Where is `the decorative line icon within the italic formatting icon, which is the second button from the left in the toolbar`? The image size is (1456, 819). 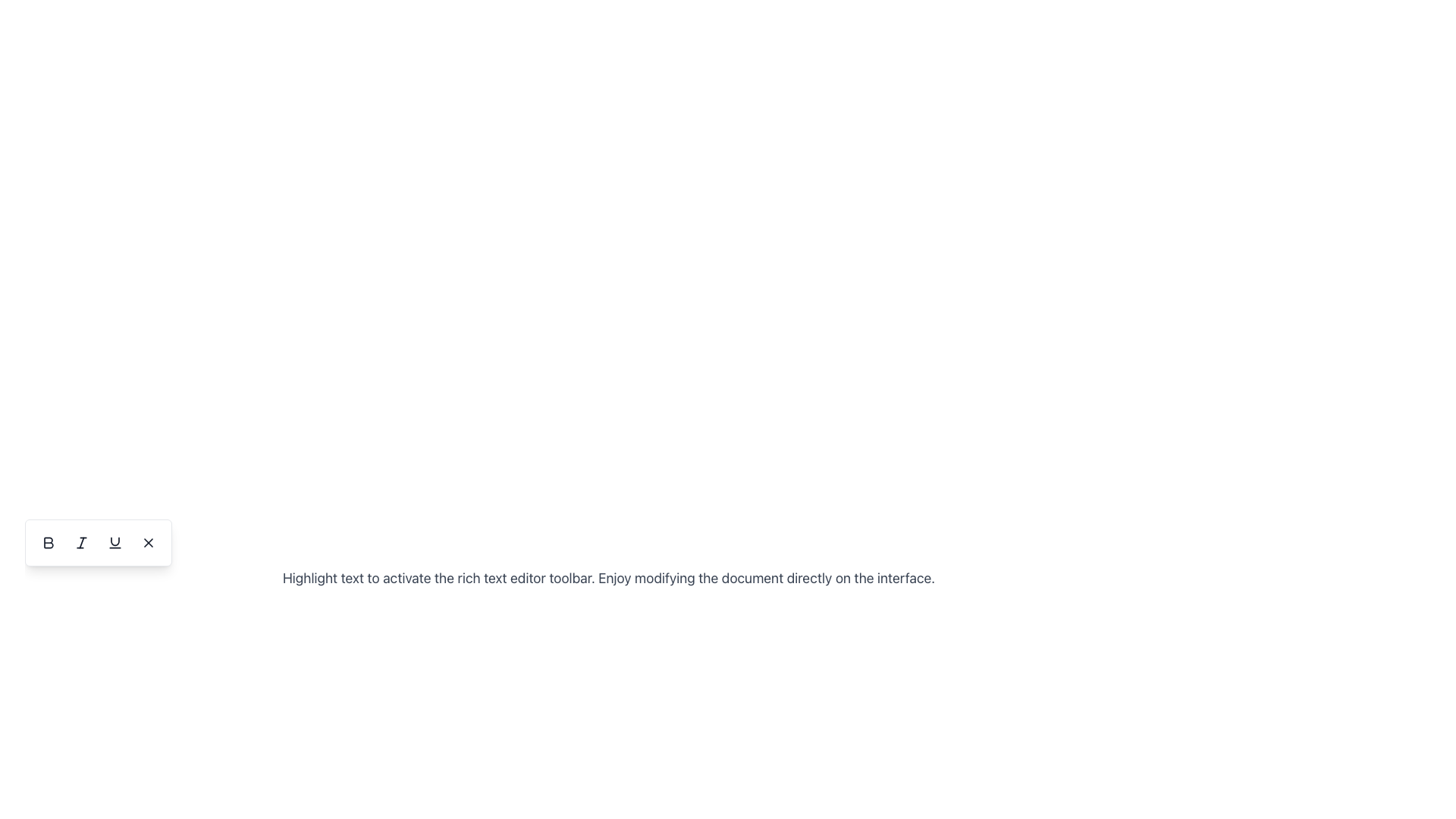
the decorative line icon within the italic formatting icon, which is the second button from the left in the toolbar is located at coordinates (81, 542).